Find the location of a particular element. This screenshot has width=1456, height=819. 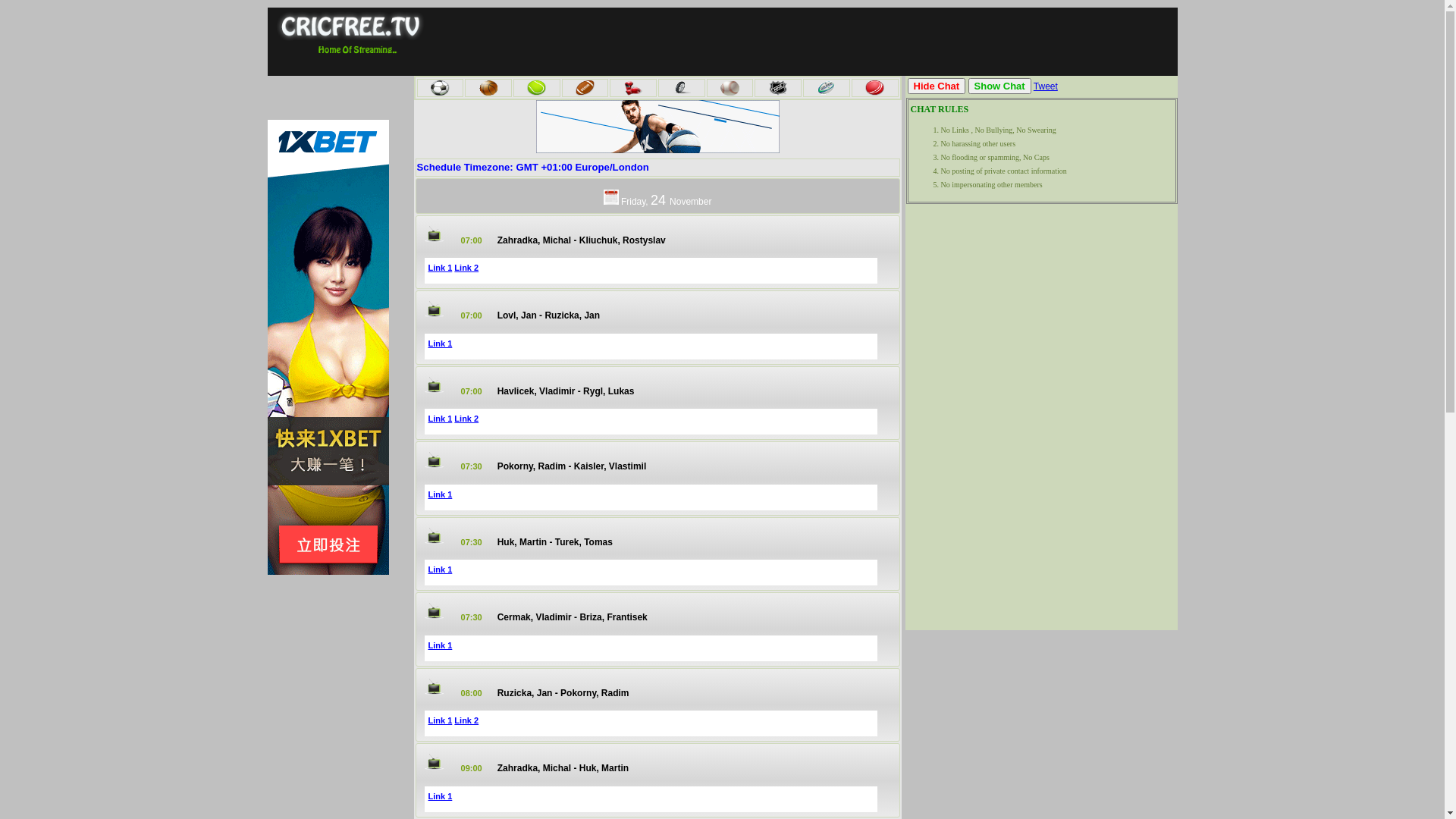

'Lovl, Jan - Ruzicka, Jan' is located at coordinates (548, 315).